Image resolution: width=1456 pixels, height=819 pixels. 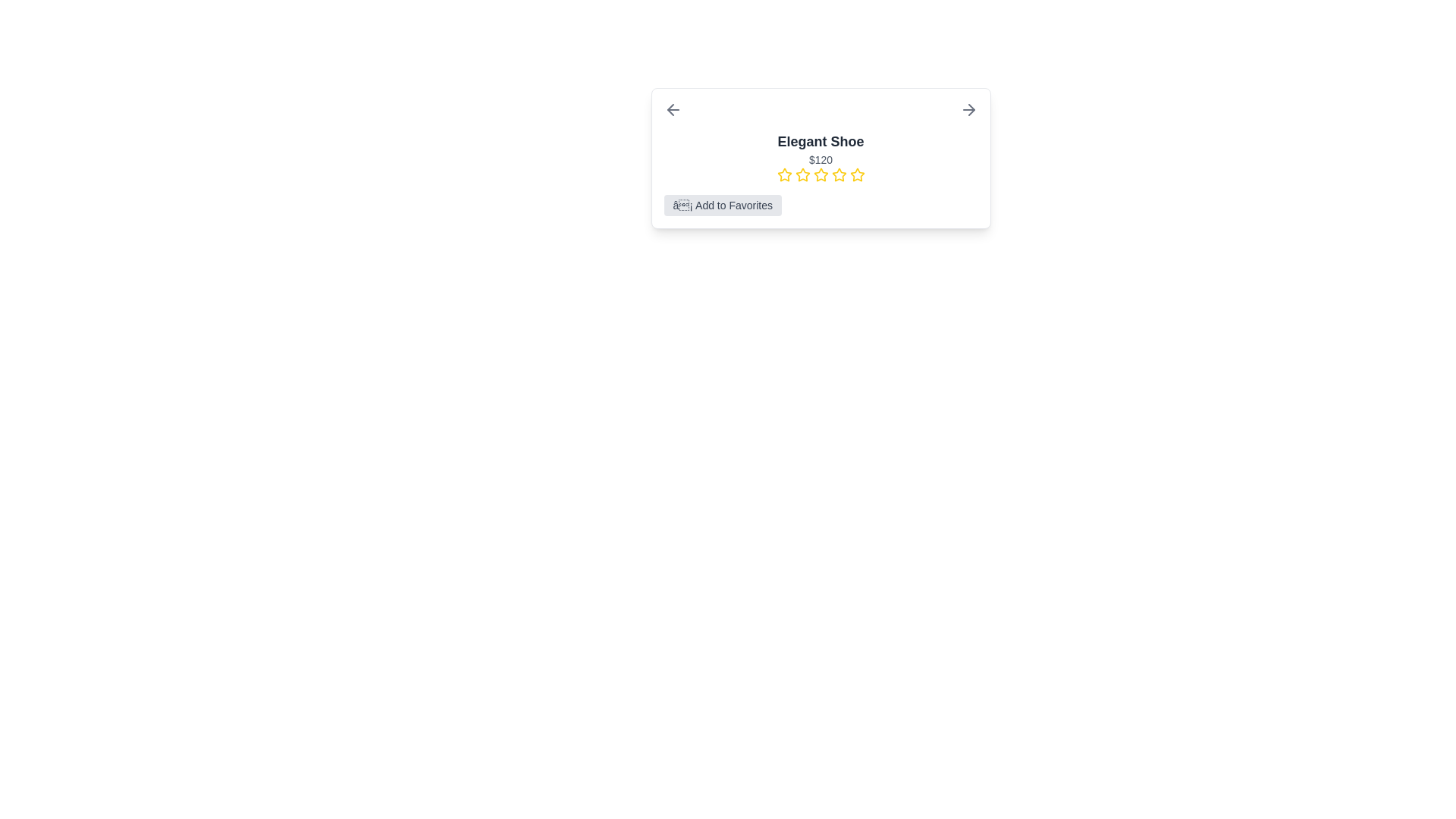 I want to click on the fifth star icon in the rating system for the product 'Elegant Shoe', so click(x=857, y=174).